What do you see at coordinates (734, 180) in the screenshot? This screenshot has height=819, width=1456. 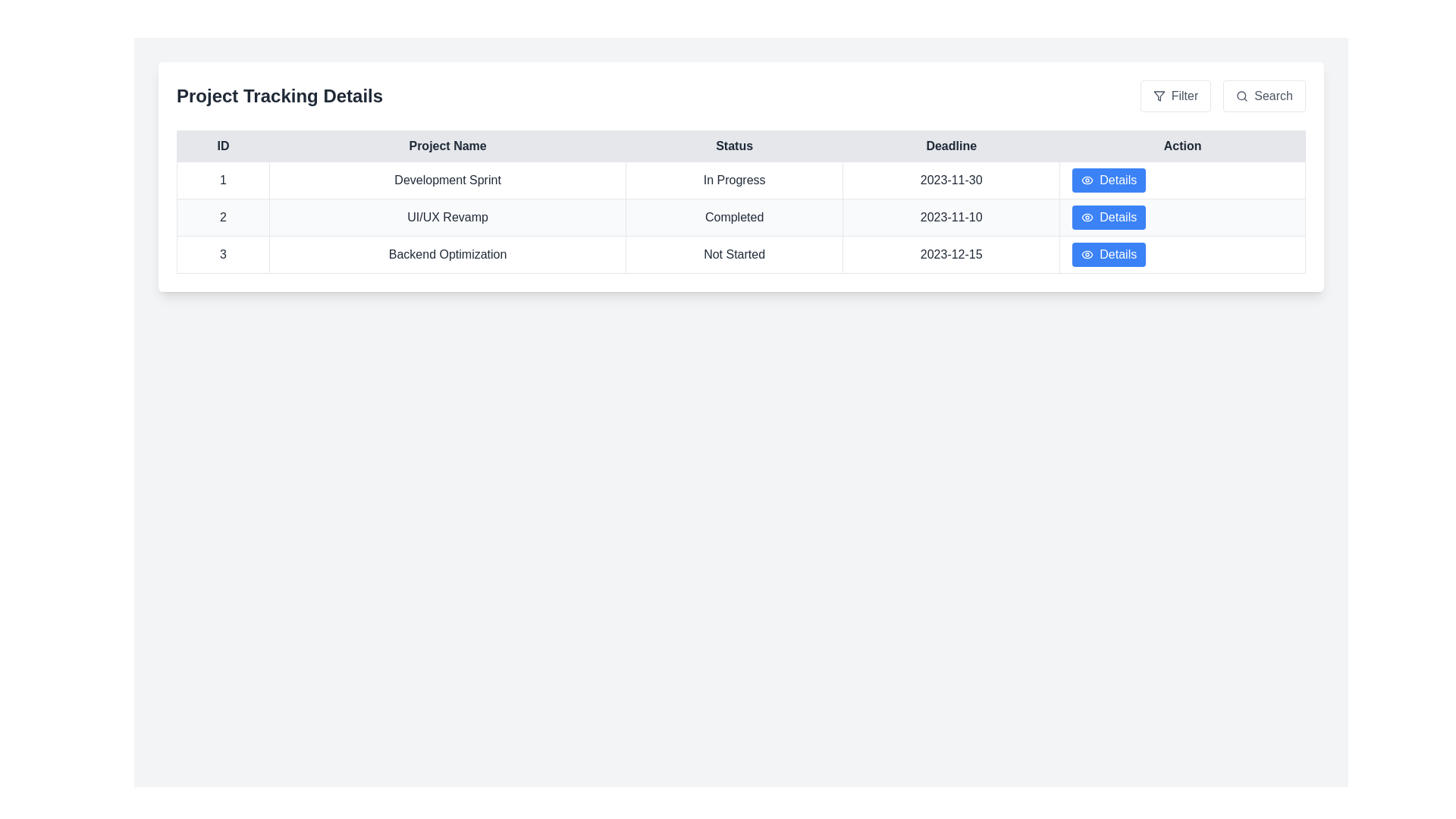 I see `the text-based label 'In Progress' within the 'Status' column of the 'Development Sprint' row in the project details table` at bounding box center [734, 180].